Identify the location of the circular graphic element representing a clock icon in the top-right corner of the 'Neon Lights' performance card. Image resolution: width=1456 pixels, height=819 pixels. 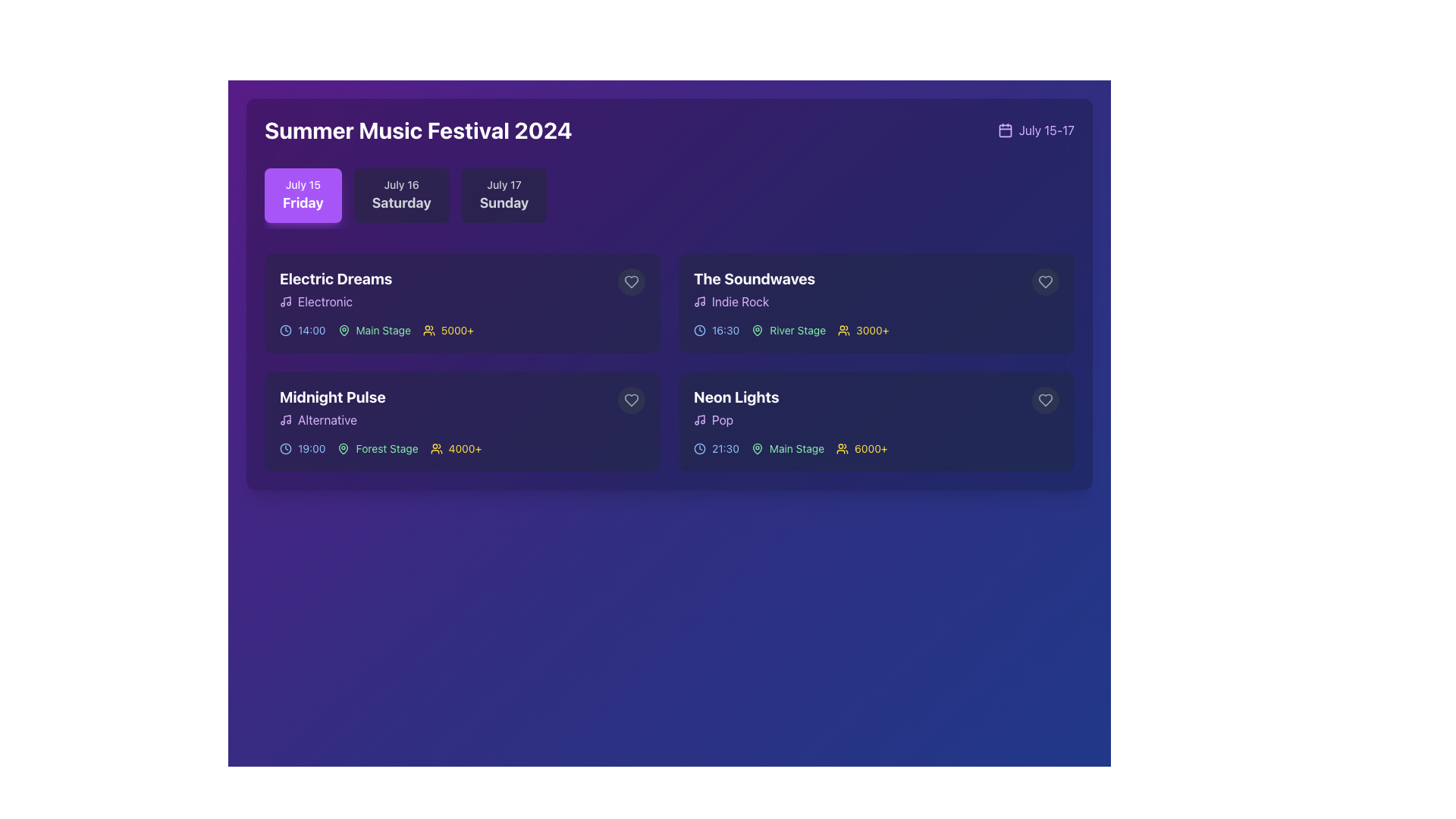
(698, 447).